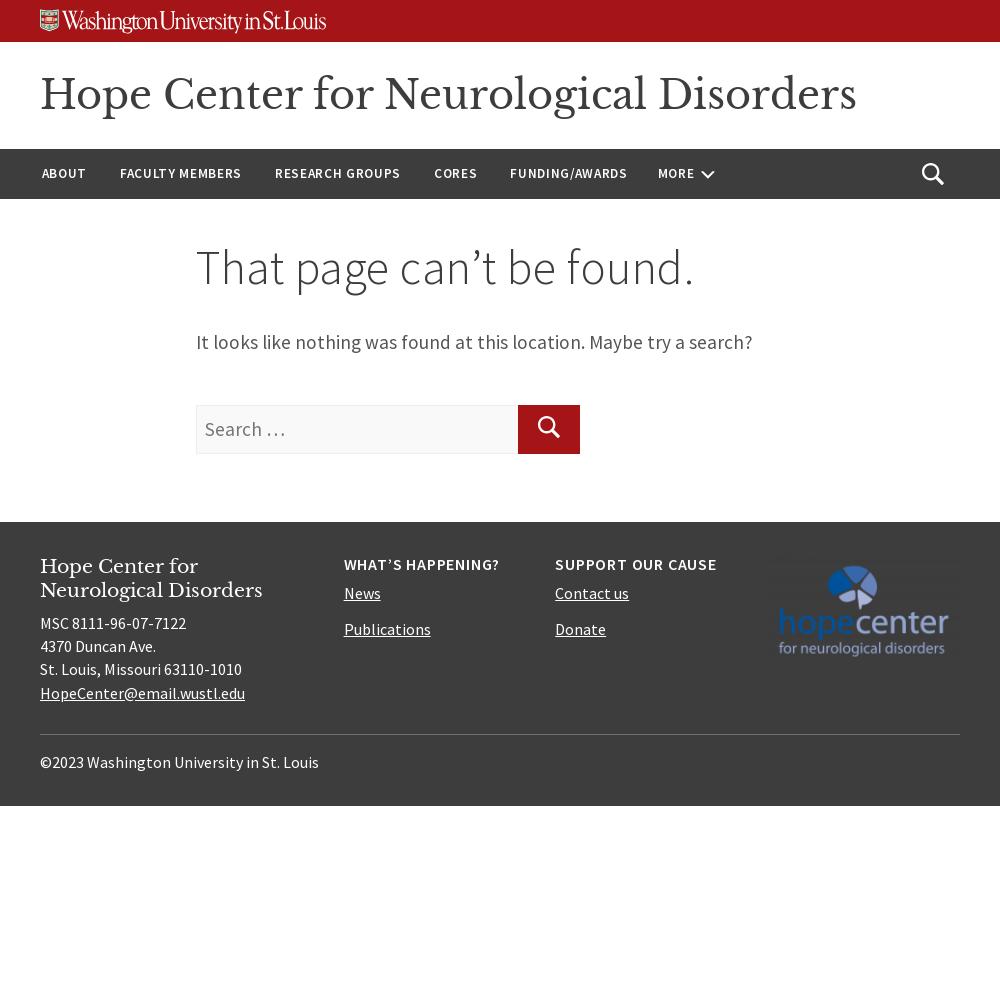 This screenshot has width=1000, height=1000. What do you see at coordinates (336, 446) in the screenshot?
I see `'Neurogenetics & Transcriptomics'` at bounding box center [336, 446].